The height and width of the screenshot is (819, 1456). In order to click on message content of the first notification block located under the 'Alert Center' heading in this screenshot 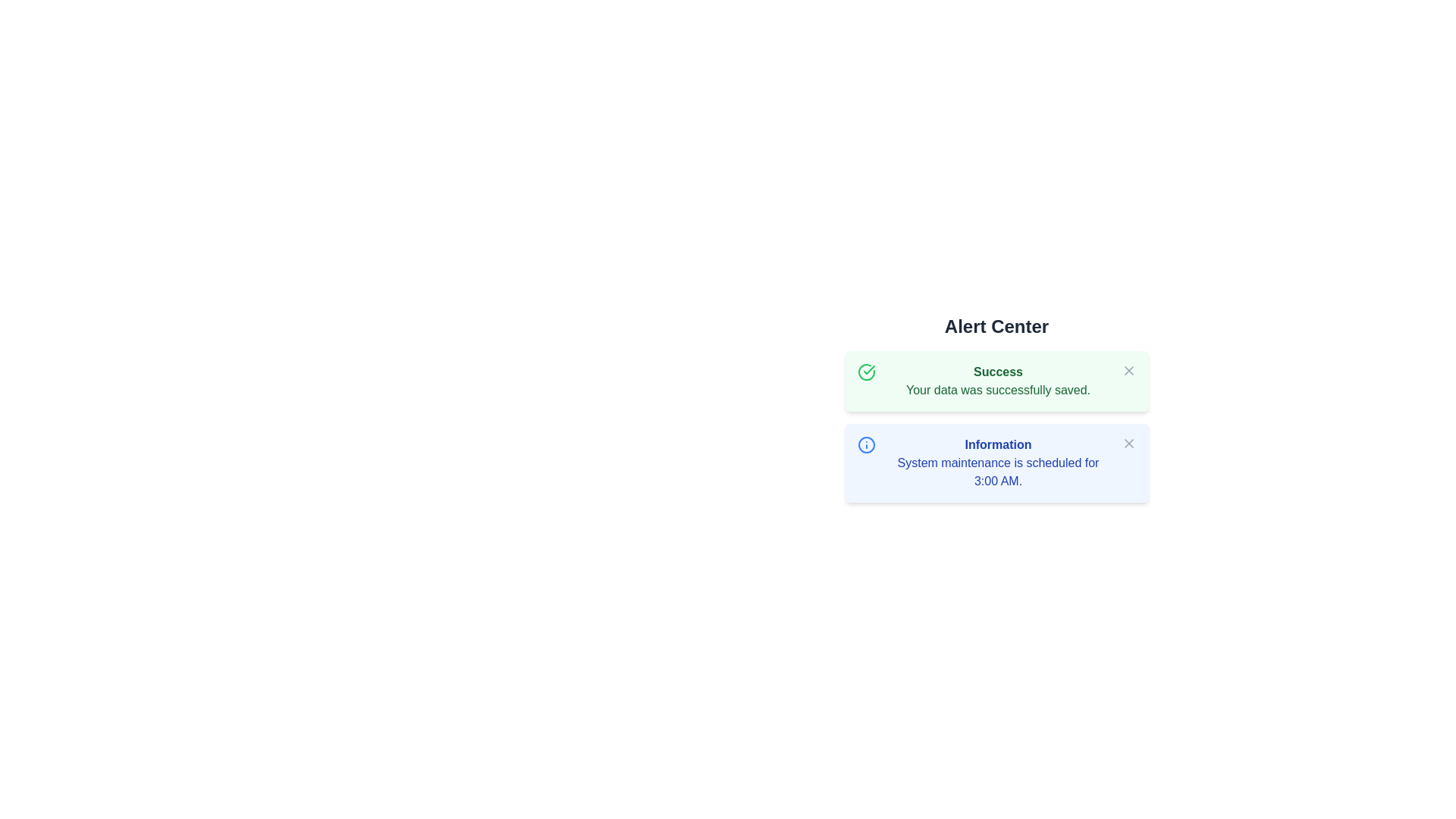, I will do `click(996, 380)`.